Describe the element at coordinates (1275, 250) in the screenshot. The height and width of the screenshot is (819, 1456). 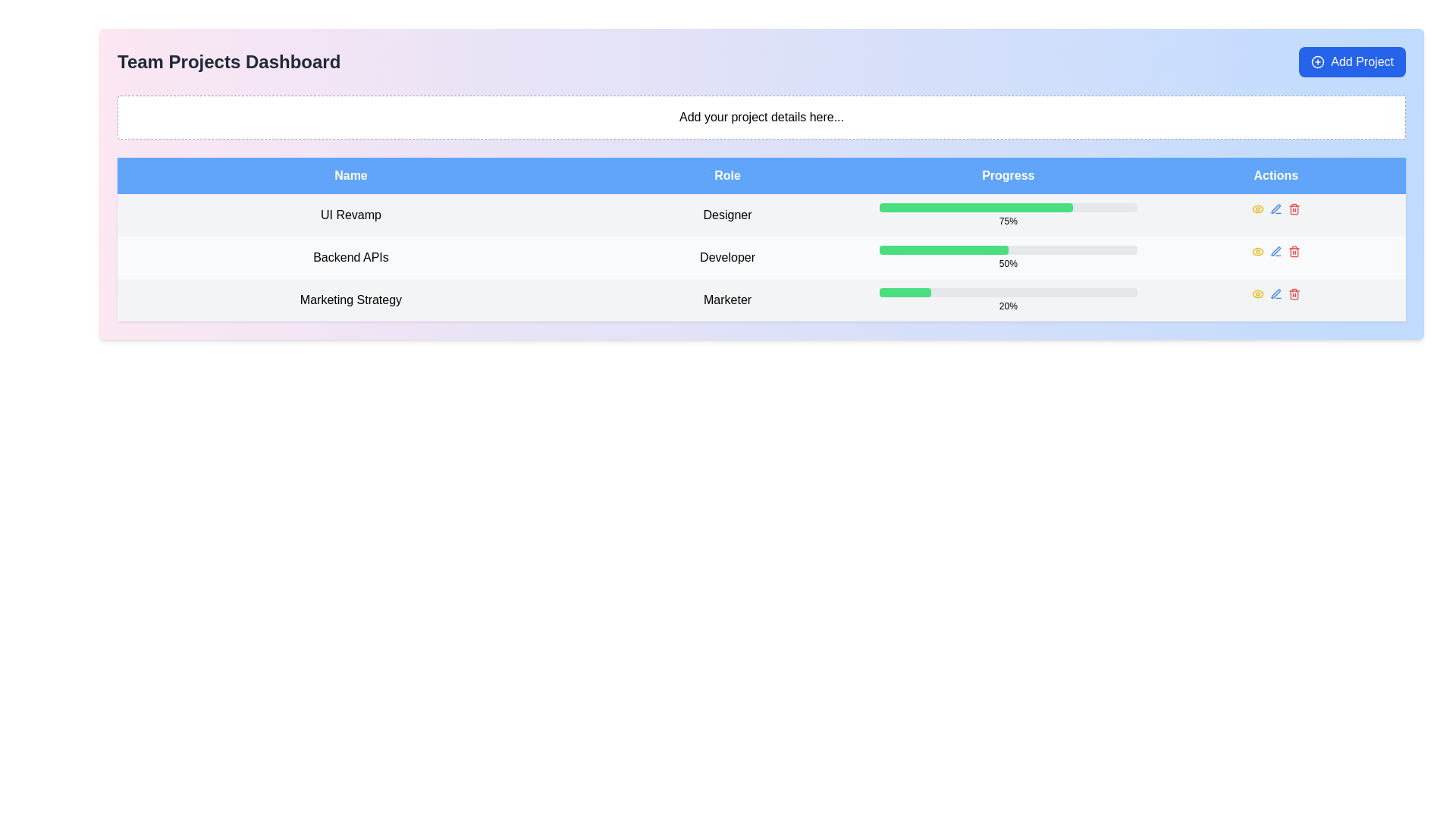
I see `the pen icon button in the Actions column for the 'Backend APIs' project to initiate editing` at that location.